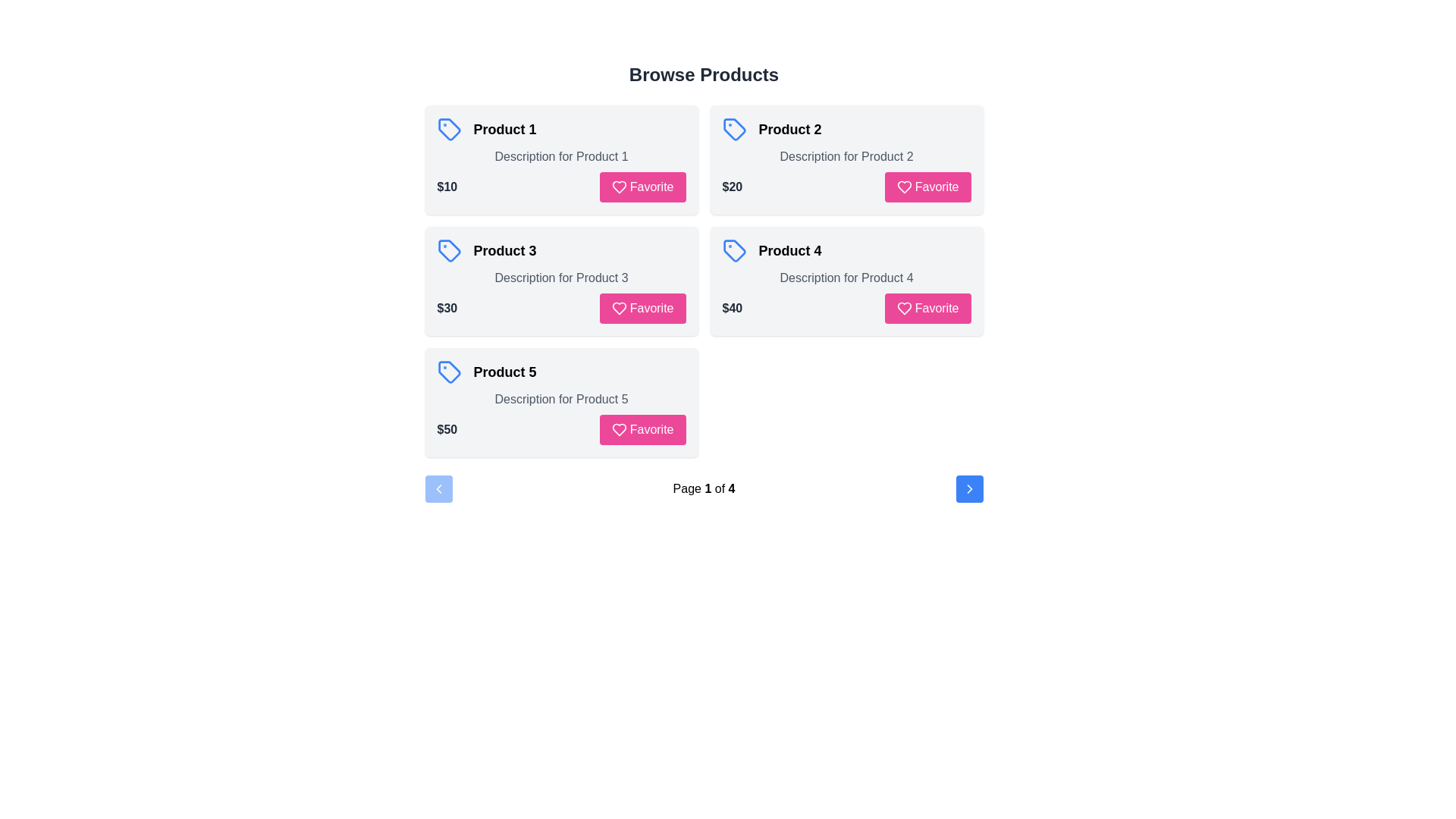  What do you see at coordinates (505, 250) in the screenshot?
I see `text content of the 'Product 3' label, which is displayed in bold font and is located next to a blue tag icon in the second row and first column of the grid layout` at bounding box center [505, 250].